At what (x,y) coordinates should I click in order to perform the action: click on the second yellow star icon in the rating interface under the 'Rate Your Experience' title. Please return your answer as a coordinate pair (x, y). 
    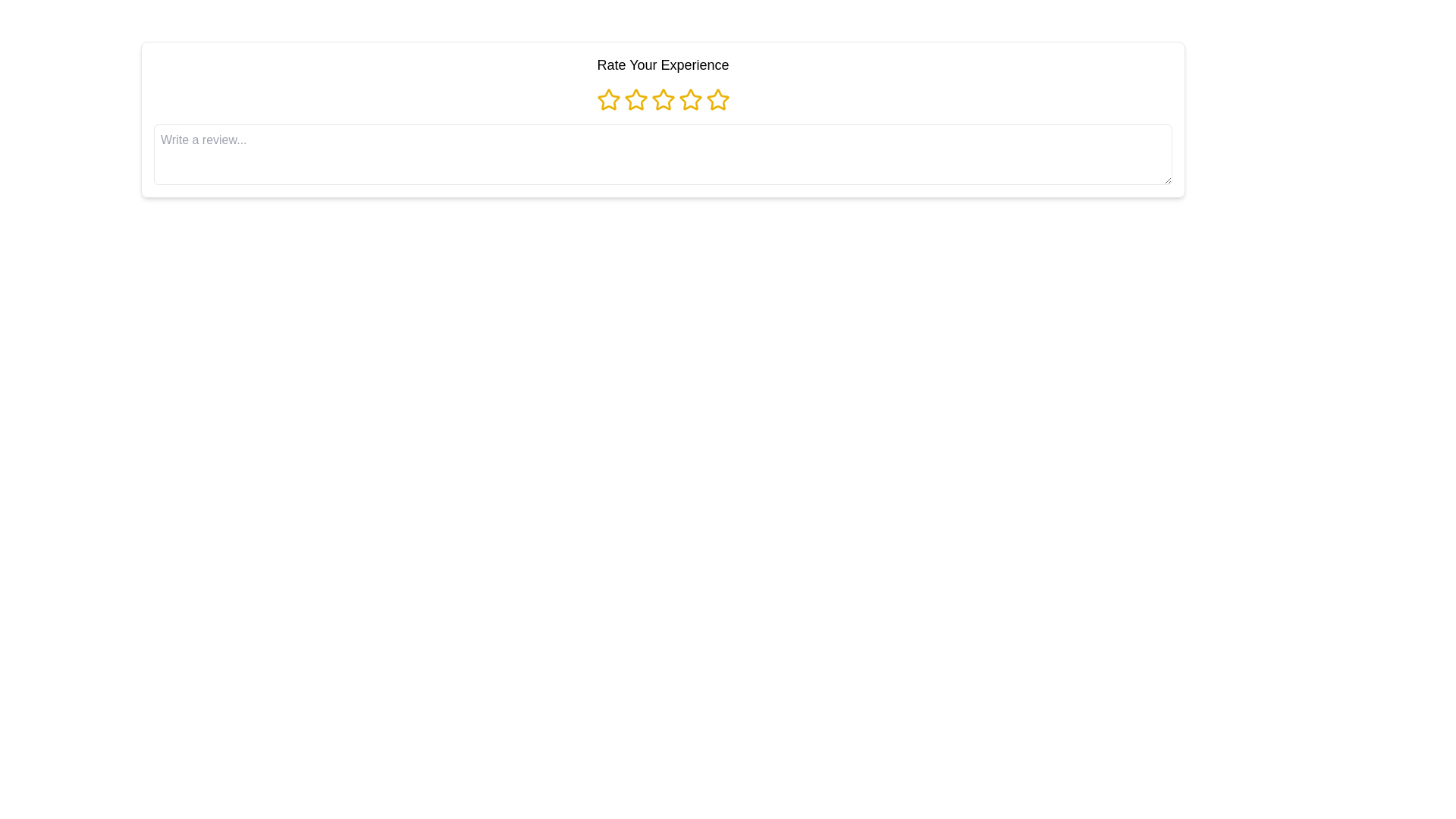
    Looking at the image, I should click on (635, 99).